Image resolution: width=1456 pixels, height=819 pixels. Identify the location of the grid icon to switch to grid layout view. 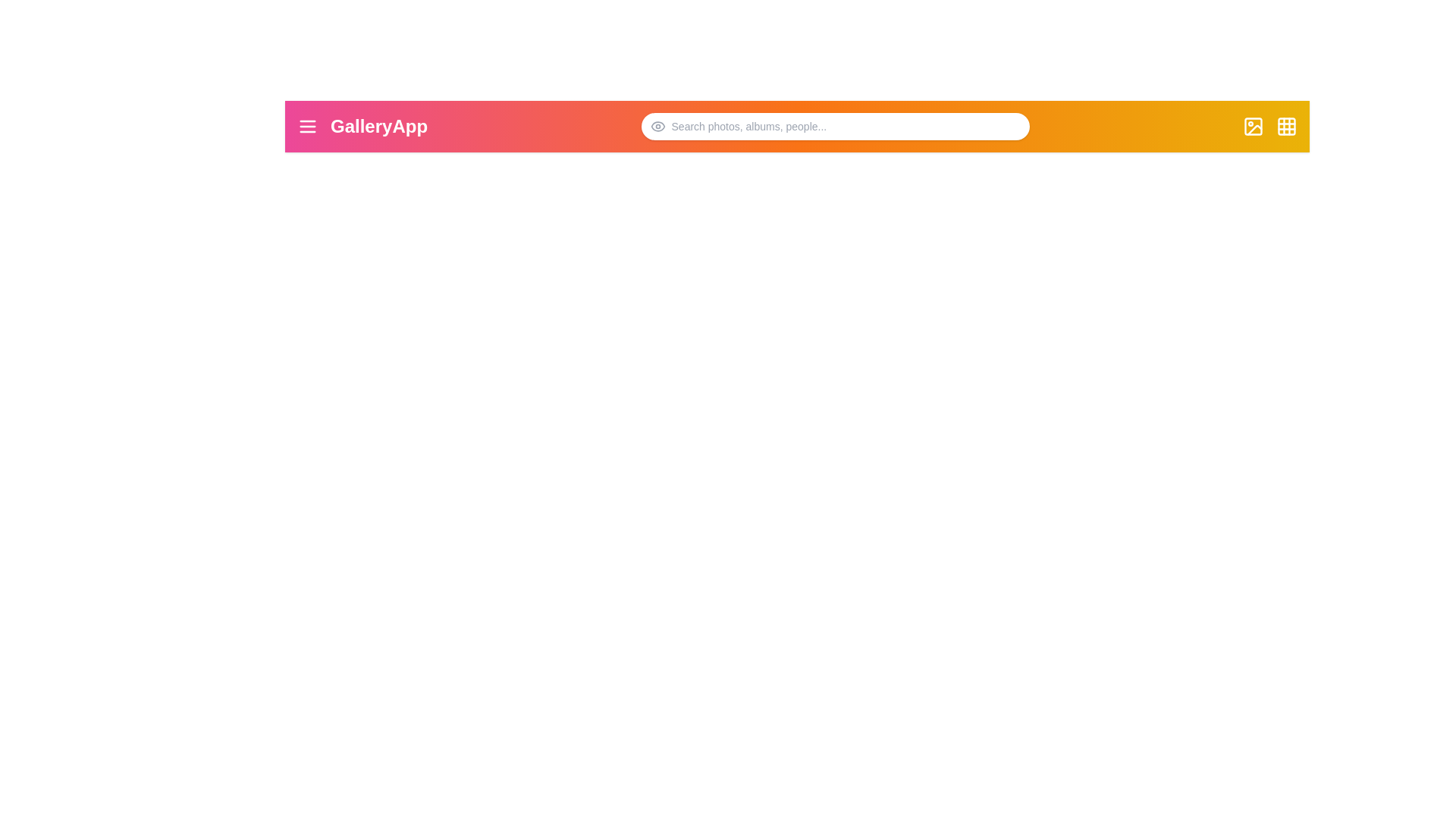
(1285, 125).